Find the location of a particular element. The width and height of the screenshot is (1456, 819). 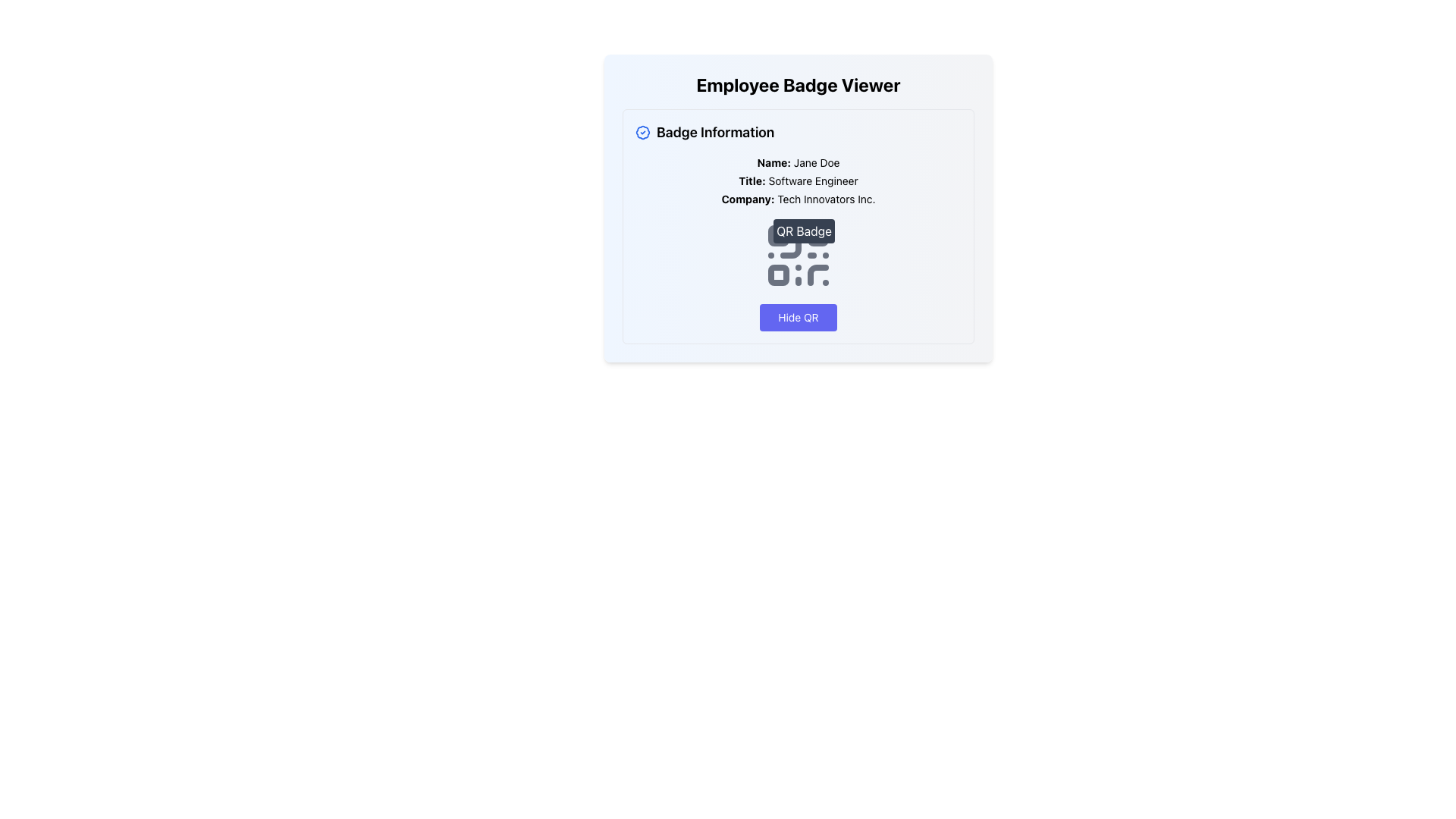

displayed name in the employee badge viewer, which is the first attribute under 'Badge Information' is located at coordinates (797, 163).